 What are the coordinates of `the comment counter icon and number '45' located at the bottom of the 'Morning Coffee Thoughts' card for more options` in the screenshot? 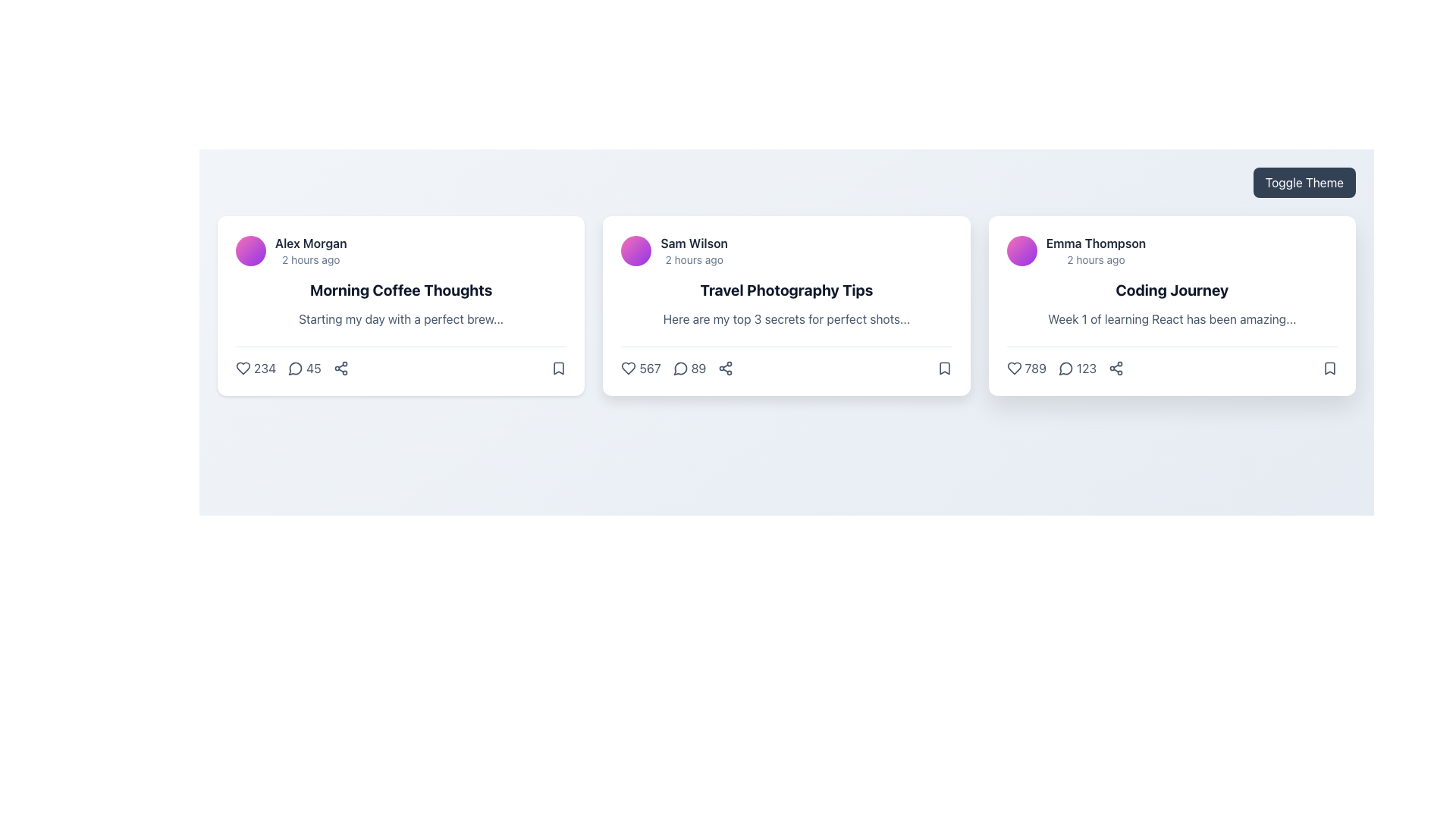 It's located at (303, 369).